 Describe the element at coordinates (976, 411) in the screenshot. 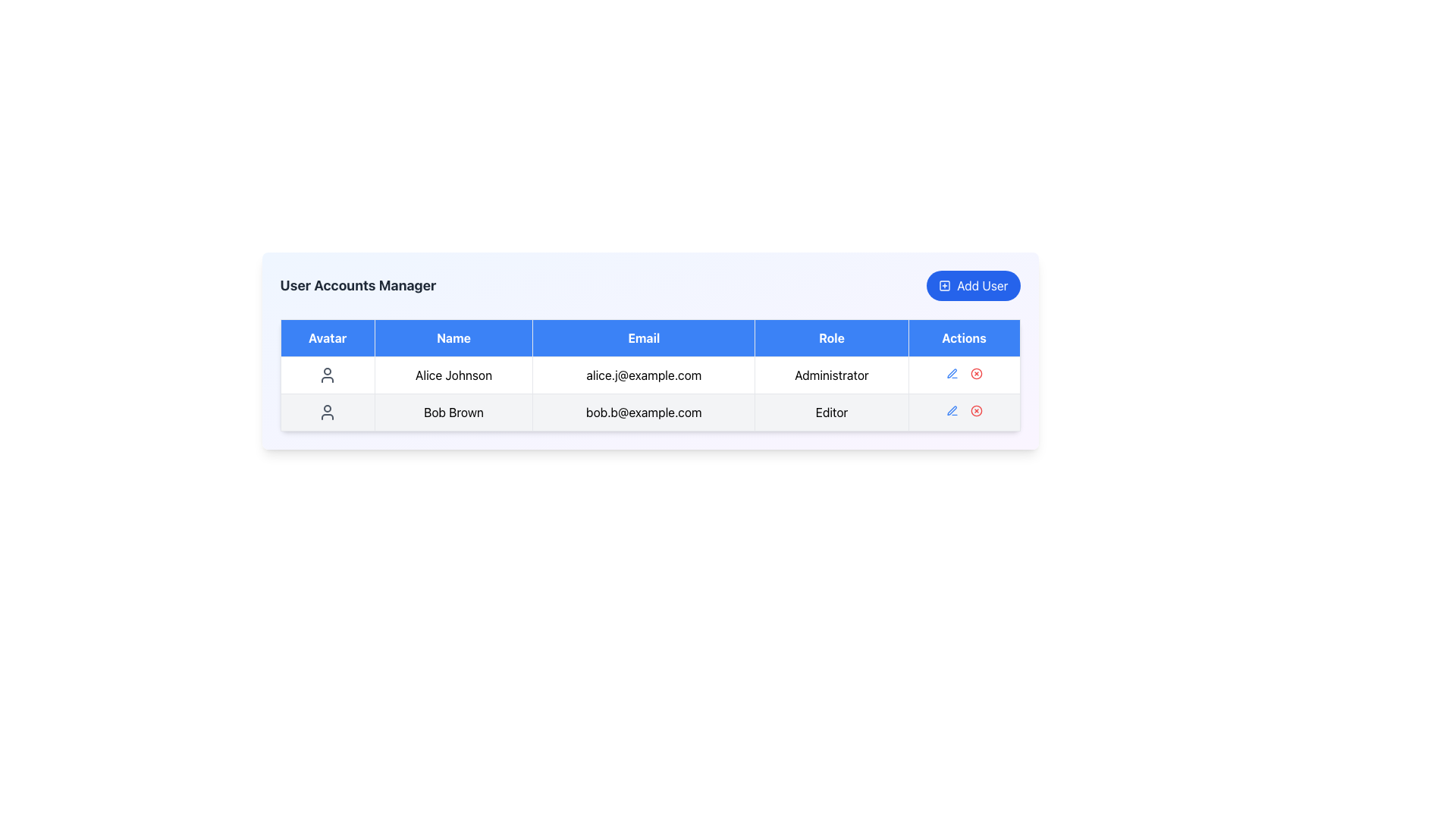

I see `the circular vector graphic icon in the 'Actions' column of the second row associated with user 'Bob Brown'` at that location.